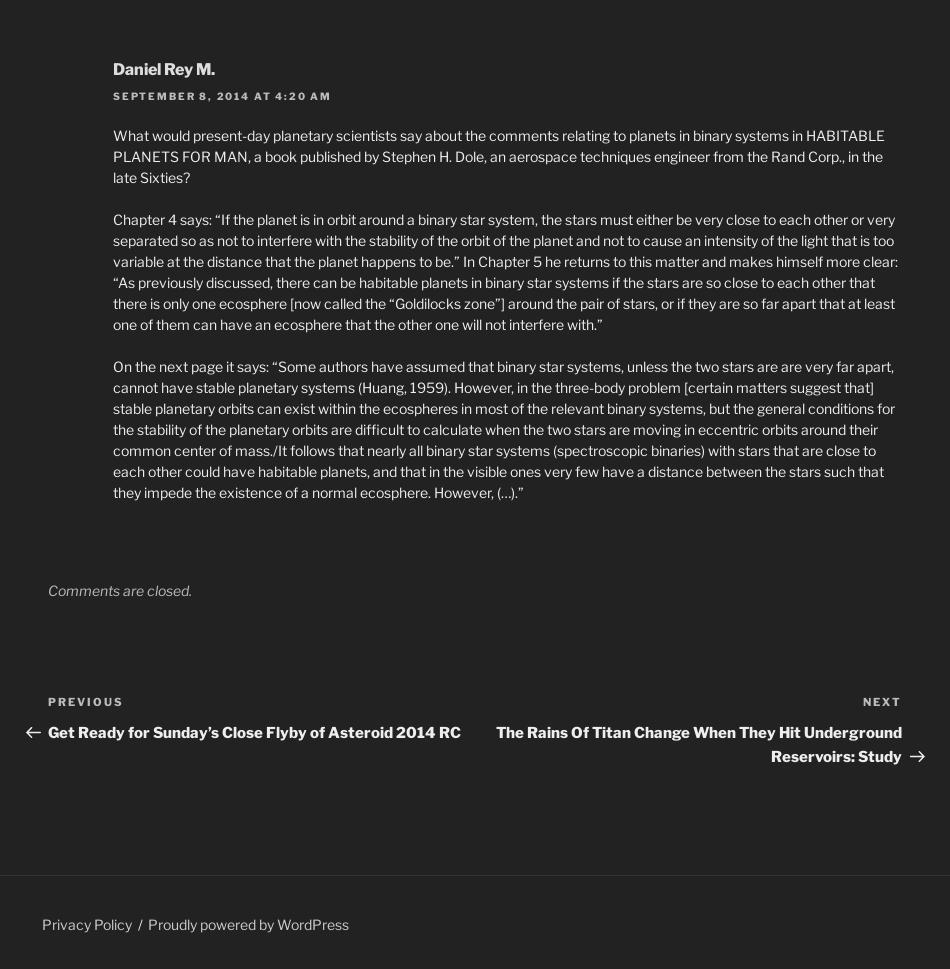  Describe the element at coordinates (505, 271) in the screenshot. I see `'Chapter 4 says: “If the planet is in orbit around a binary star system, the stars must either be very close to each other or very separated so as not to interfere with the stability of the orbit of the planet and not to cause an intensity of the light that is too variable at the distance that the planet happens to be.” In Chapter 5 he returns to this matter and makes himself more clear: “As previously discussed, there can be habitable planets in binary star systems if the stars are so close to each other that there is only one ecosphere [now called the “Goldilocks zone”] around the pair of stars, or if they are so far apart that at least one of them can have an ecosphere that the other one will not interfere with.”'` at that location.